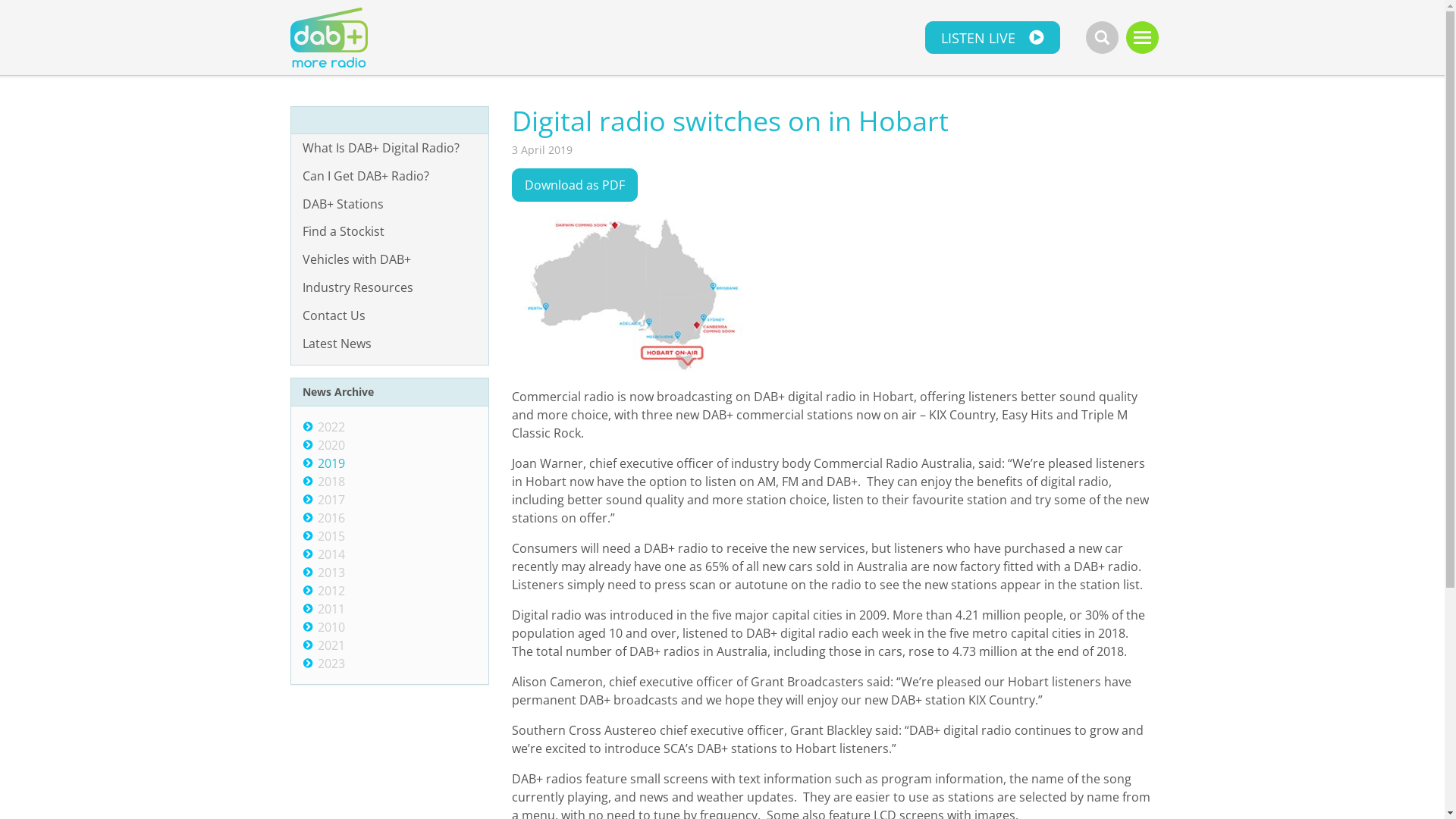 The width and height of the screenshot is (1456, 819). What do you see at coordinates (291, 287) in the screenshot?
I see `'Industry Resources'` at bounding box center [291, 287].